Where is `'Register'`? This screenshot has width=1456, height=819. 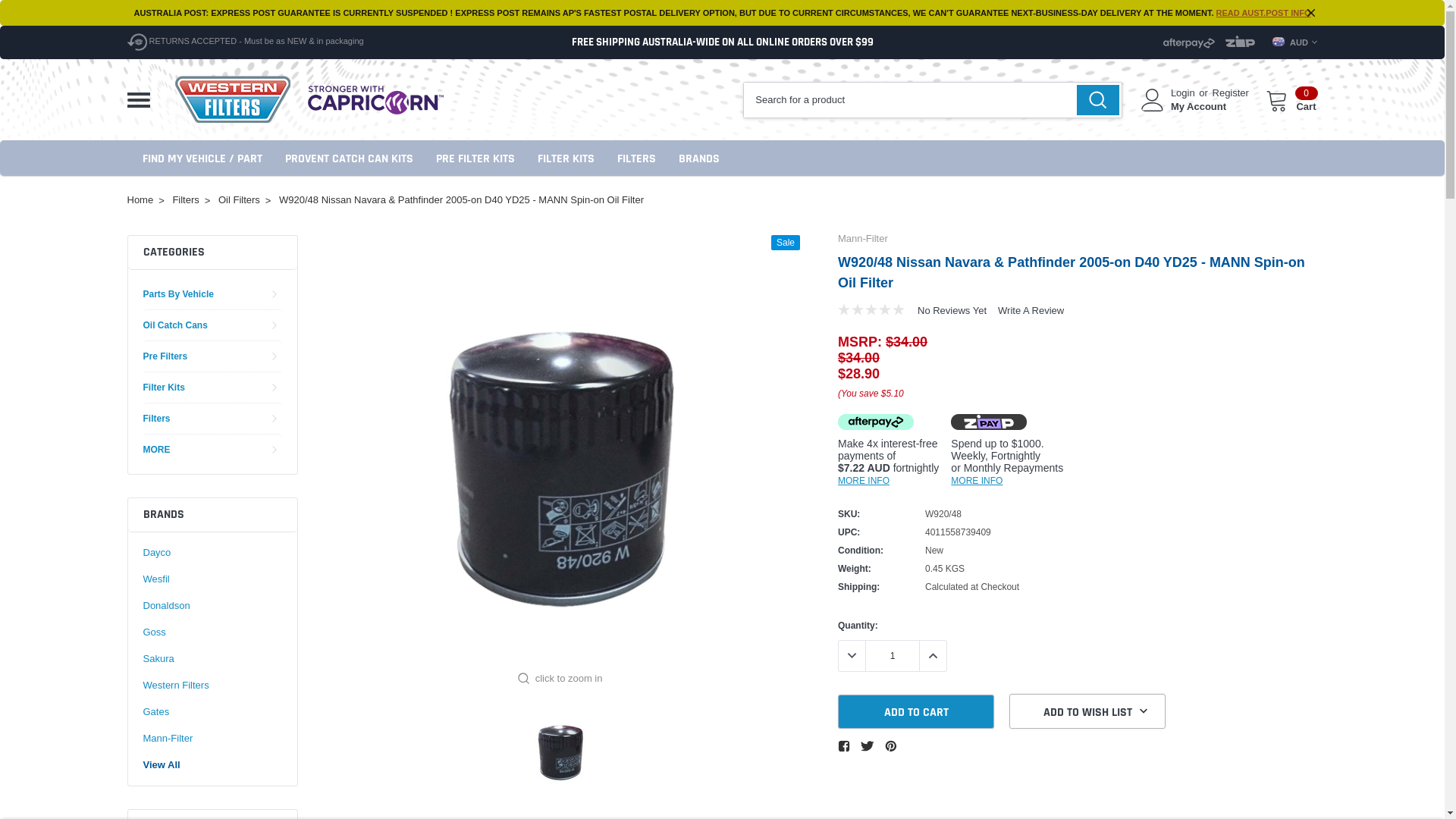 'Register' is located at coordinates (1211, 93).